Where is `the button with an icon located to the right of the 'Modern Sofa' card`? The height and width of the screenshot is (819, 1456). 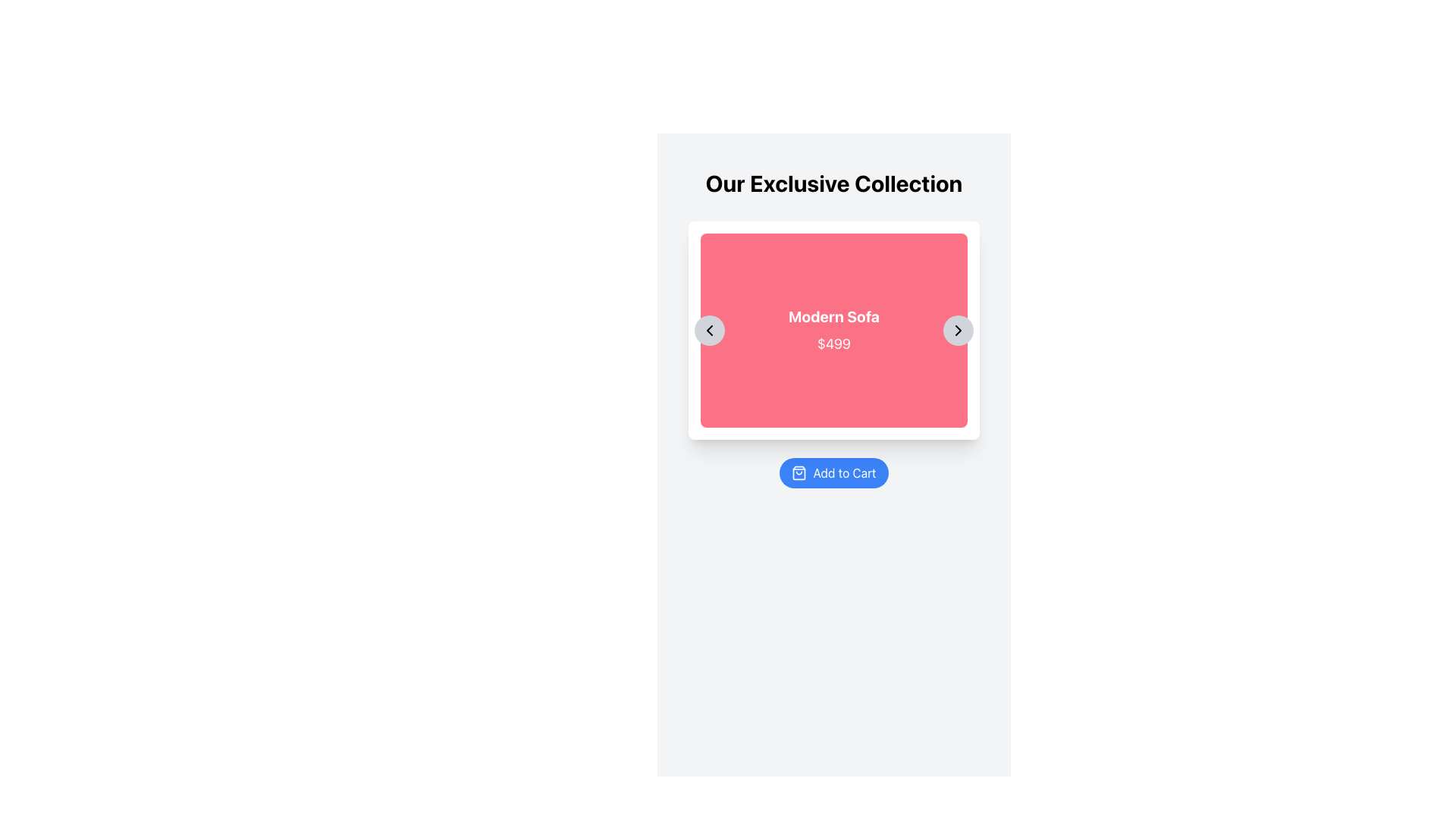
the button with an icon located to the right of the 'Modern Sofa' card is located at coordinates (957, 329).